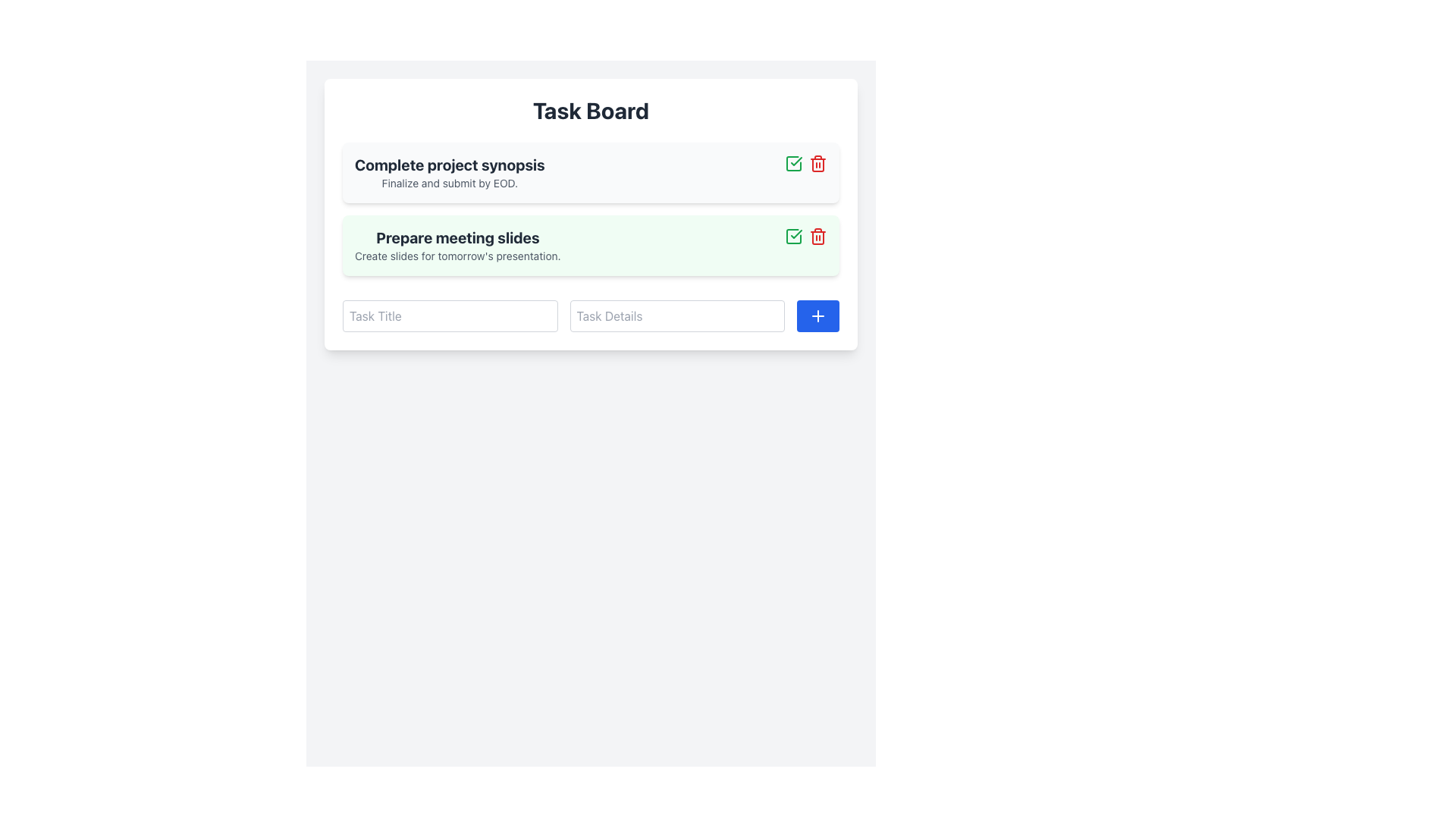 This screenshot has height=819, width=1456. What do you see at coordinates (457, 237) in the screenshot?
I see `the text label that serves as the title for the second task card in the task management board, located just below the 'Task Board' header` at bounding box center [457, 237].